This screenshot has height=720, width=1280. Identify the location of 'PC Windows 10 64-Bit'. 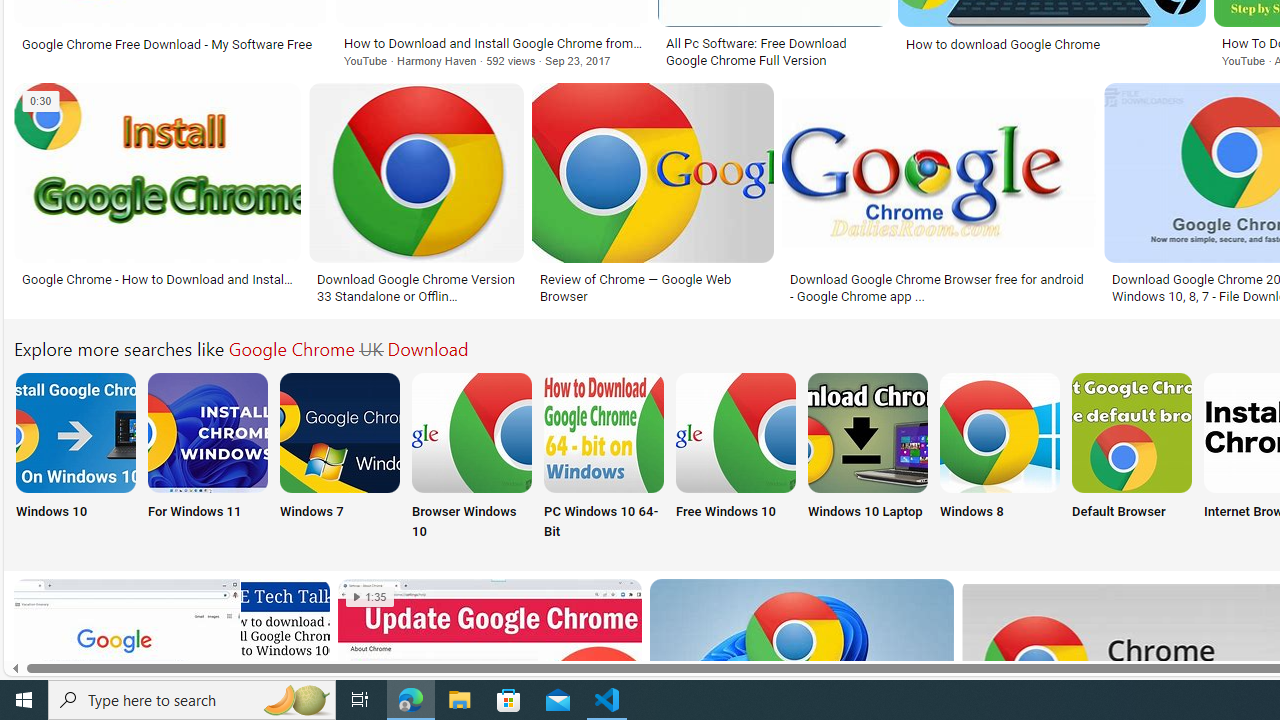
(603, 457).